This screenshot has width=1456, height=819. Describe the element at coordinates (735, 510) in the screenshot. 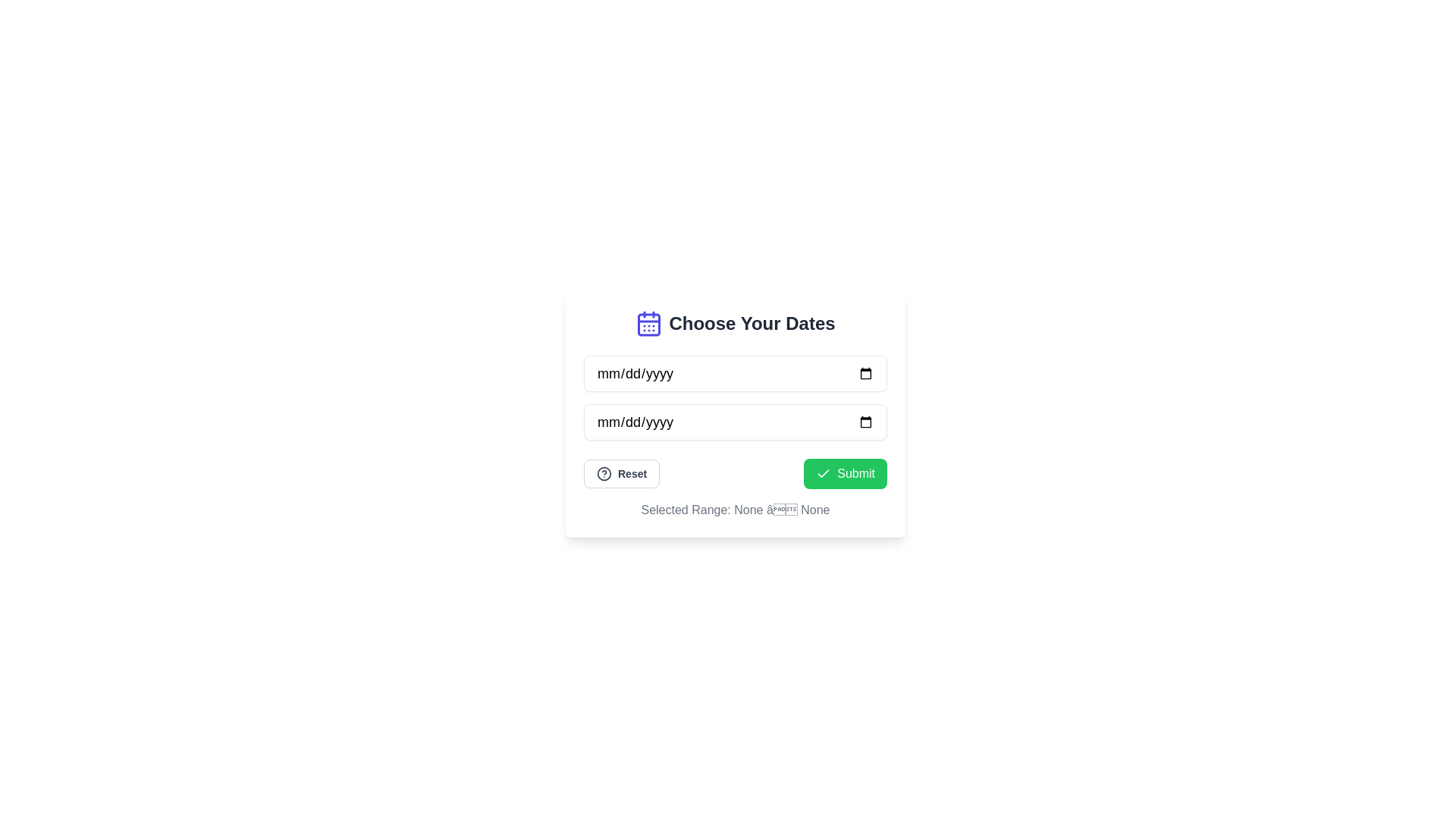

I see `the static textual indicator that states 'Selected Range: None – None', which is displayed in muted gray font below the green 'Submit' button` at that location.